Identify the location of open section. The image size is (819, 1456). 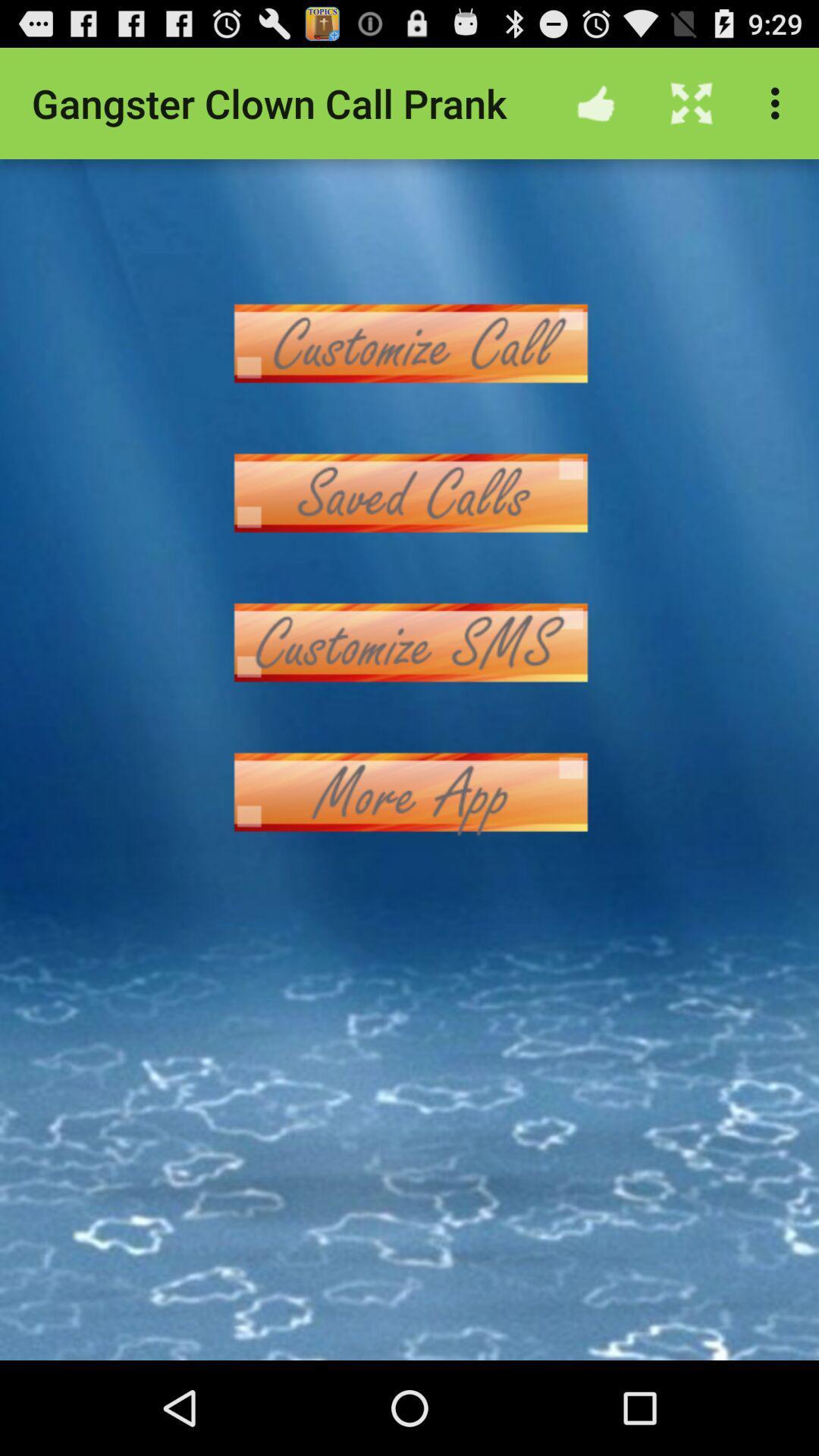
(409, 642).